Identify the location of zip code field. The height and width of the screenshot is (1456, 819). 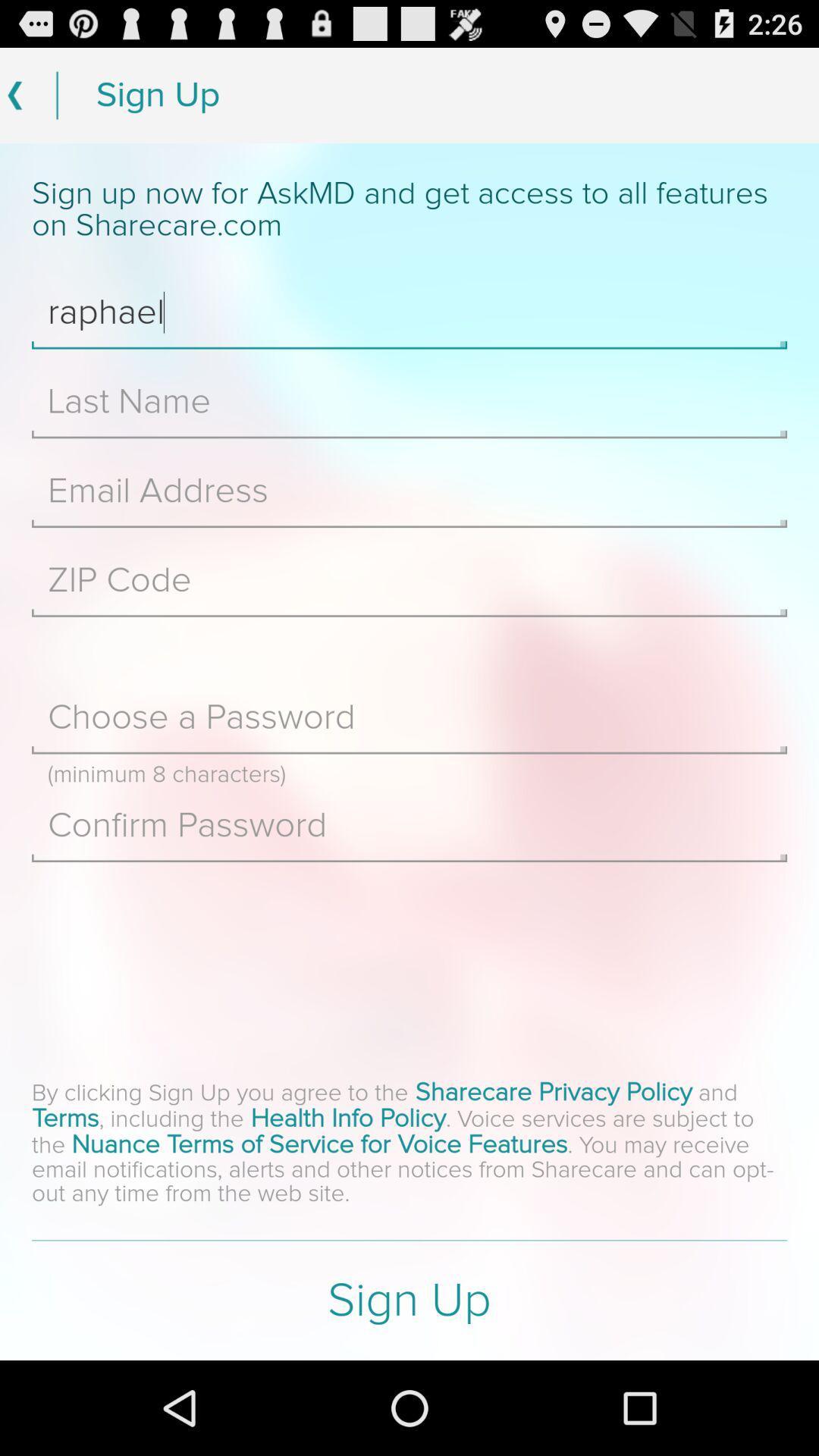
(409, 579).